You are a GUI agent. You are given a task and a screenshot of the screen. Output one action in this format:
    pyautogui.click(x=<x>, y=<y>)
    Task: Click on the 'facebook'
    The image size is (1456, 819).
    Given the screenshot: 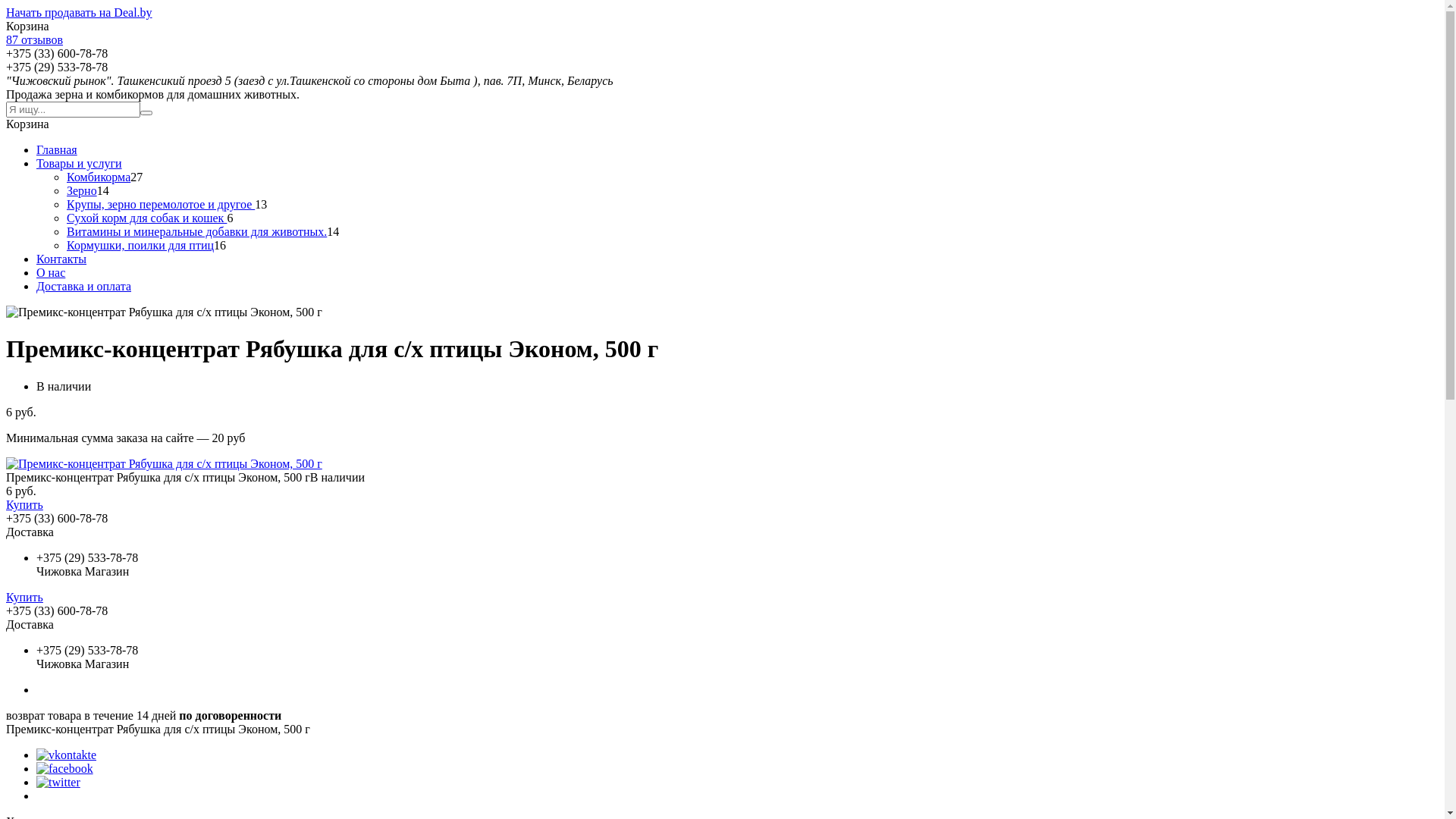 What is the action you would take?
    pyautogui.click(x=36, y=768)
    